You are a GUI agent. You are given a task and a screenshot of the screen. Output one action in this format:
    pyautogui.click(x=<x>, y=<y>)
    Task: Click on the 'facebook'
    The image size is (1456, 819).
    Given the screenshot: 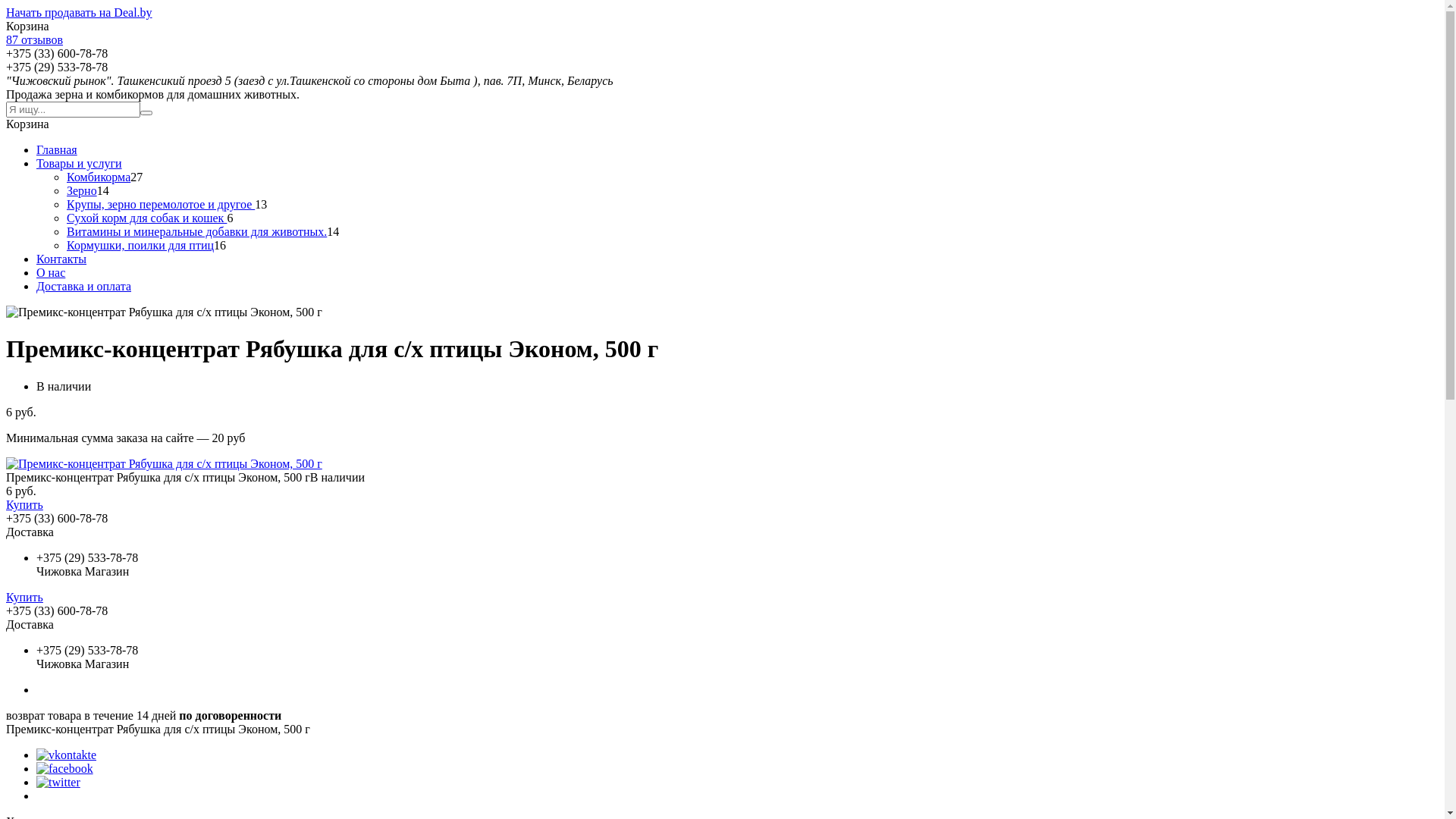 What is the action you would take?
    pyautogui.click(x=36, y=768)
    